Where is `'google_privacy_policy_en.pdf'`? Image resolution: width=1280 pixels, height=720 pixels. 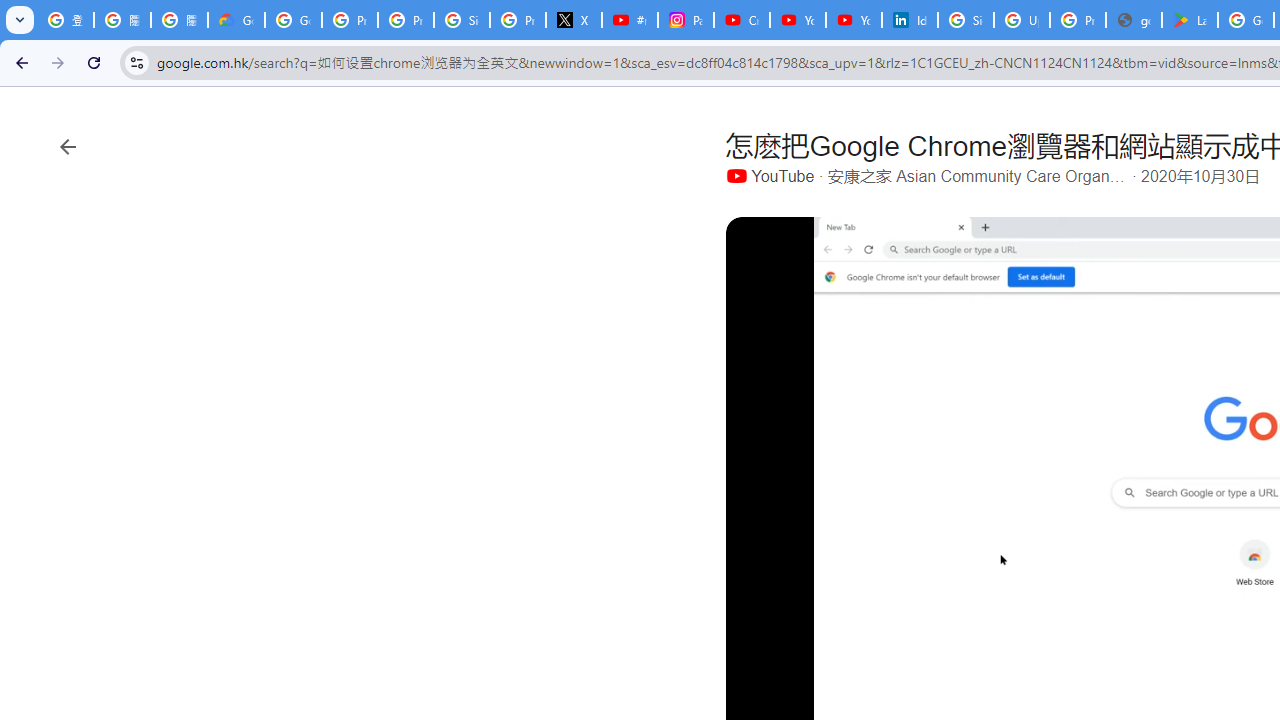
'google_privacy_policy_en.pdf' is located at coordinates (1134, 20).